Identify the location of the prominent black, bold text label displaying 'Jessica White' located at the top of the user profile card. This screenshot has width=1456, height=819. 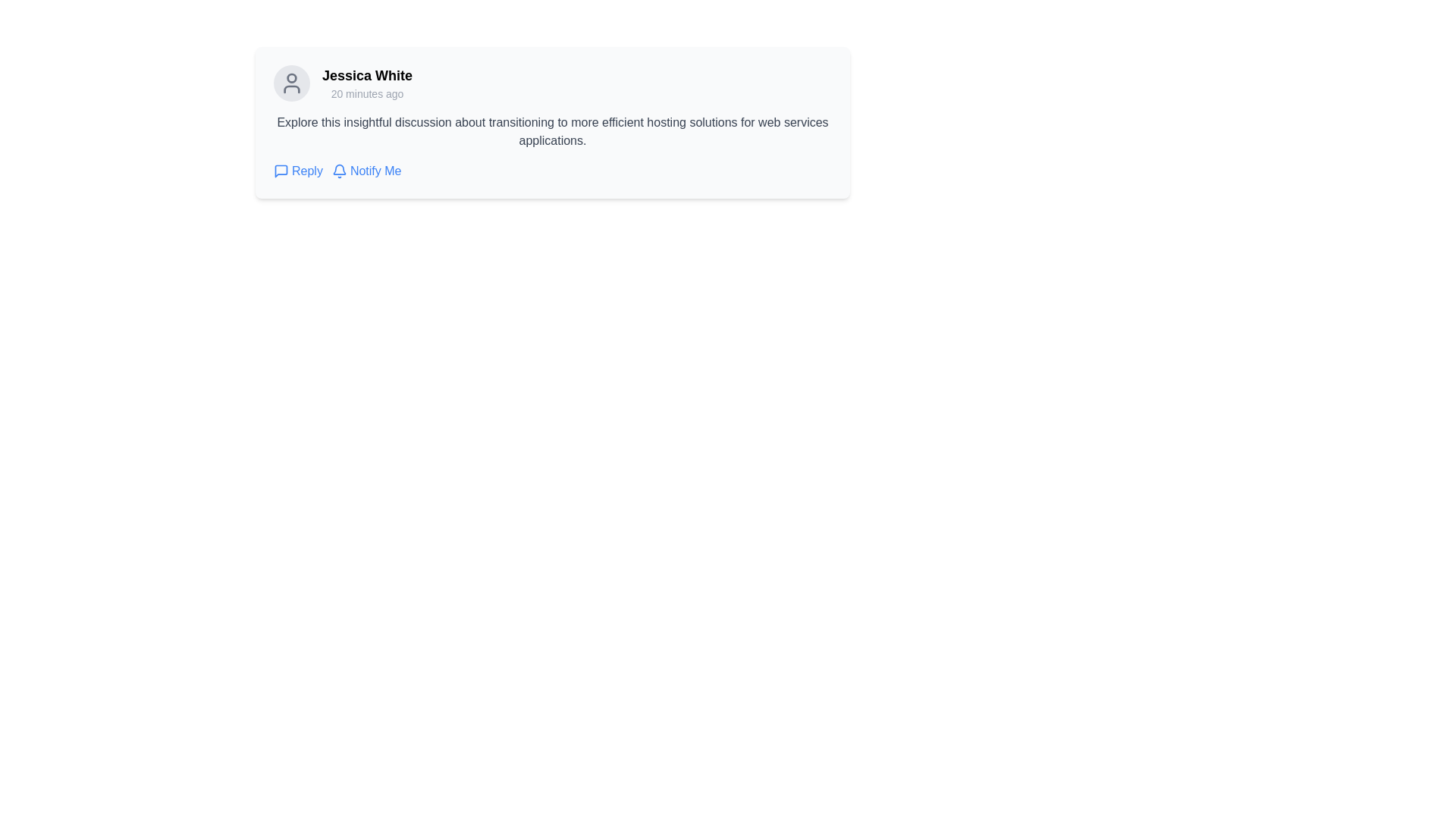
(367, 76).